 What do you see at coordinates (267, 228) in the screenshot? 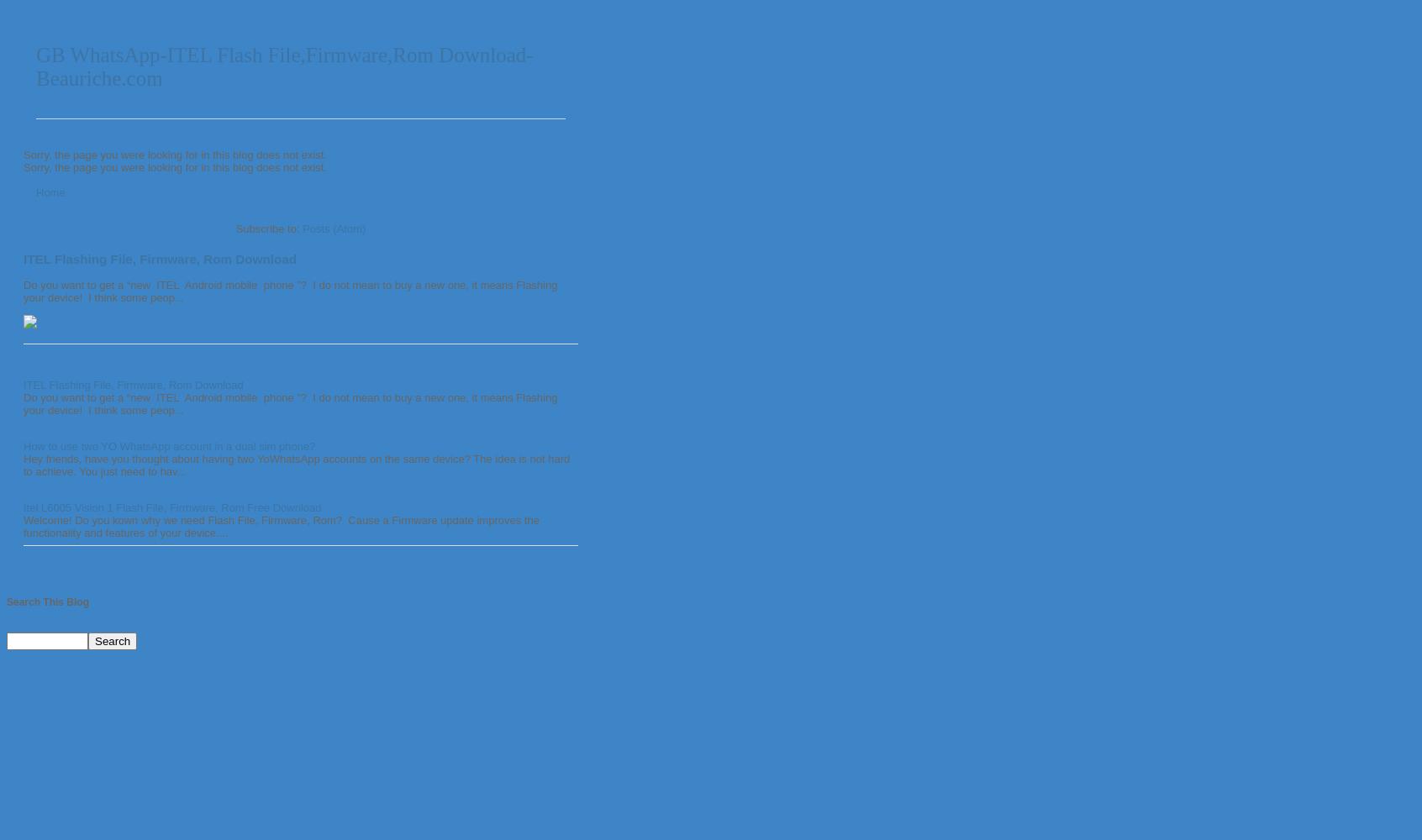
I see `'Subscribe to:'` at bounding box center [267, 228].